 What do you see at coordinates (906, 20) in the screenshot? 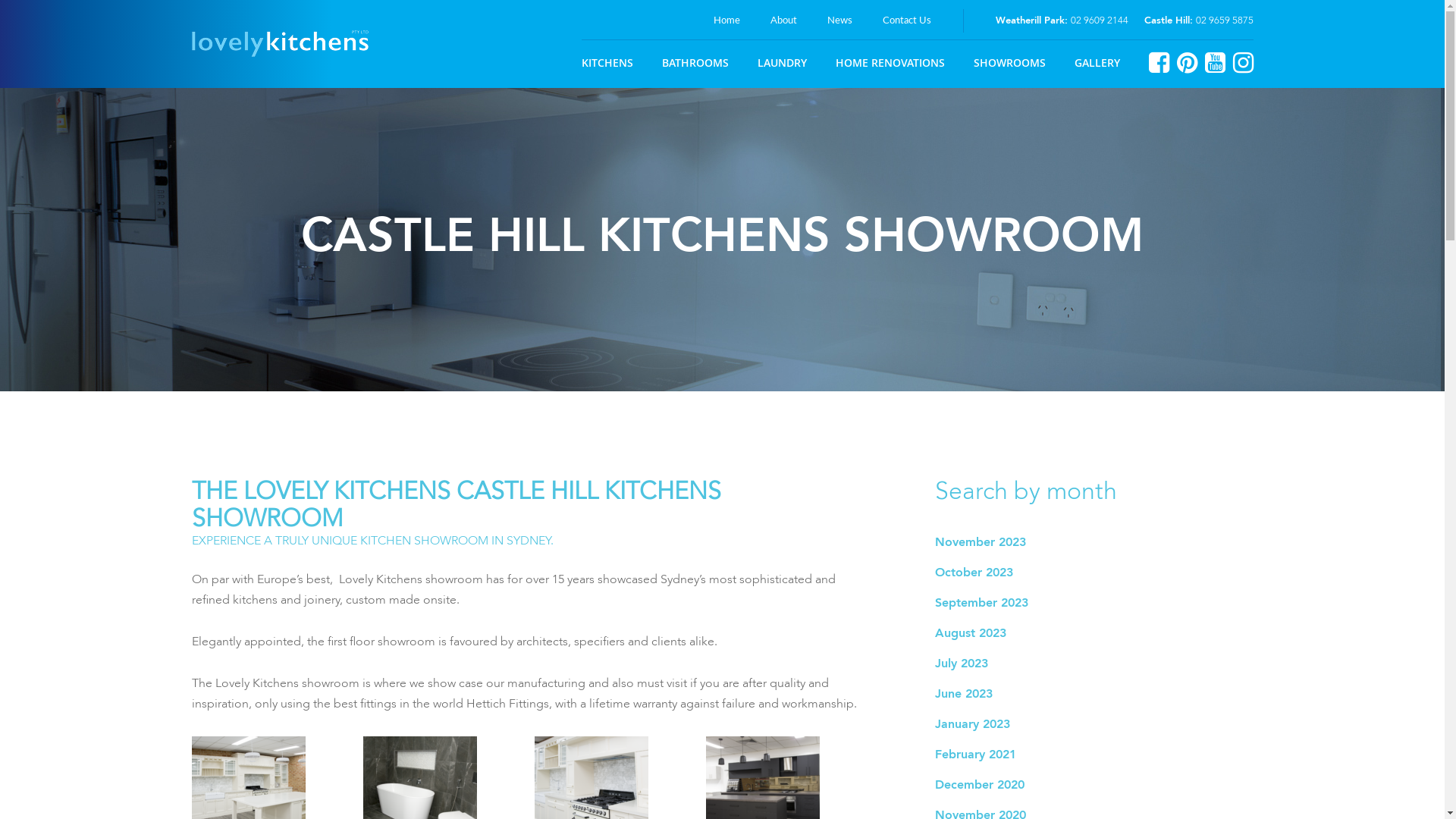
I see `'Contact Us'` at bounding box center [906, 20].